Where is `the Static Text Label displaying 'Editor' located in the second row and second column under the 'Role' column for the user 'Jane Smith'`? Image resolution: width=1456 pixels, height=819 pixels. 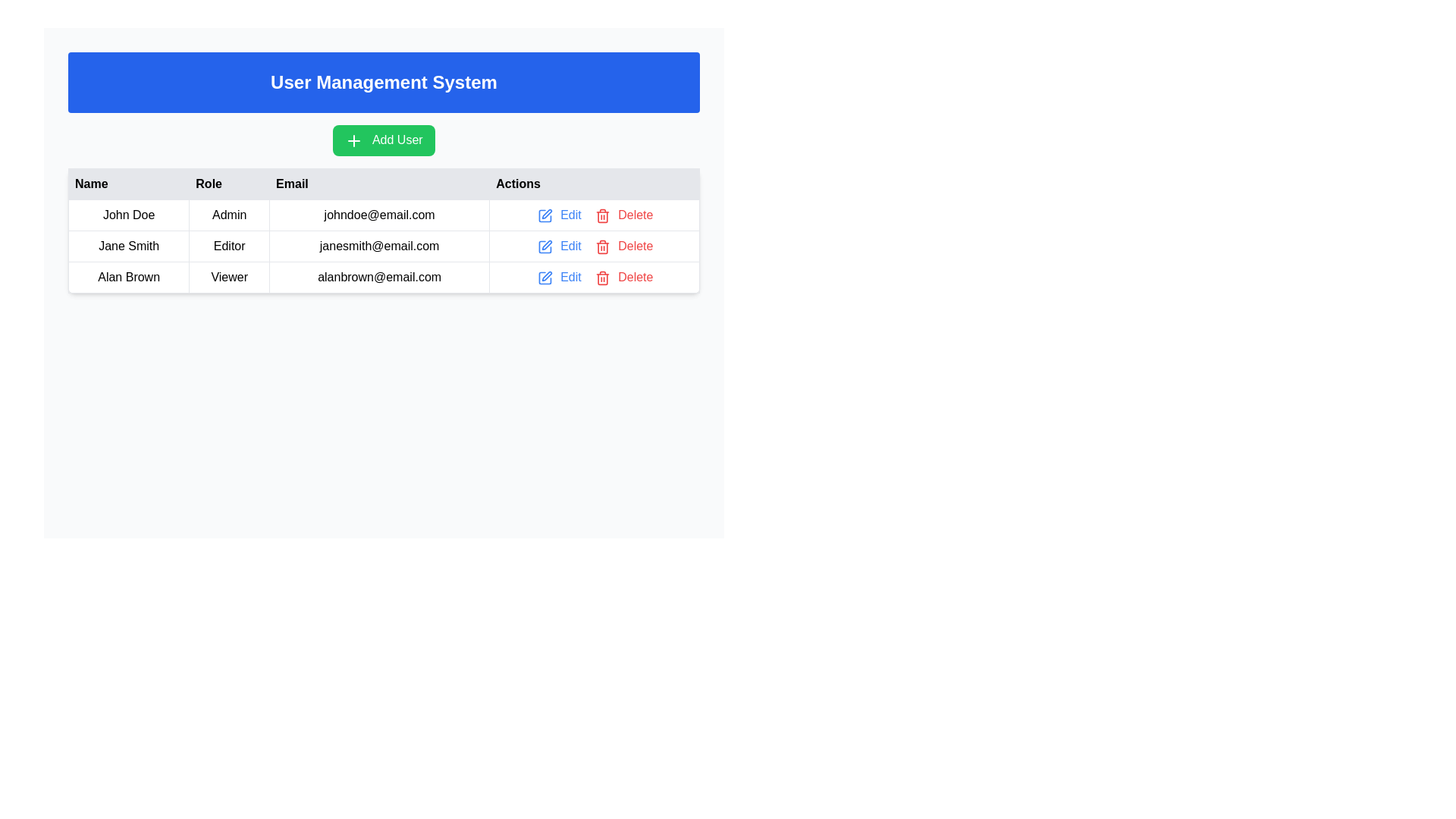 the Static Text Label displaying 'Editor' located in the second row and second column under the 'Role' column for the user 'Jane Smith' is located at coordinates (228, 245).